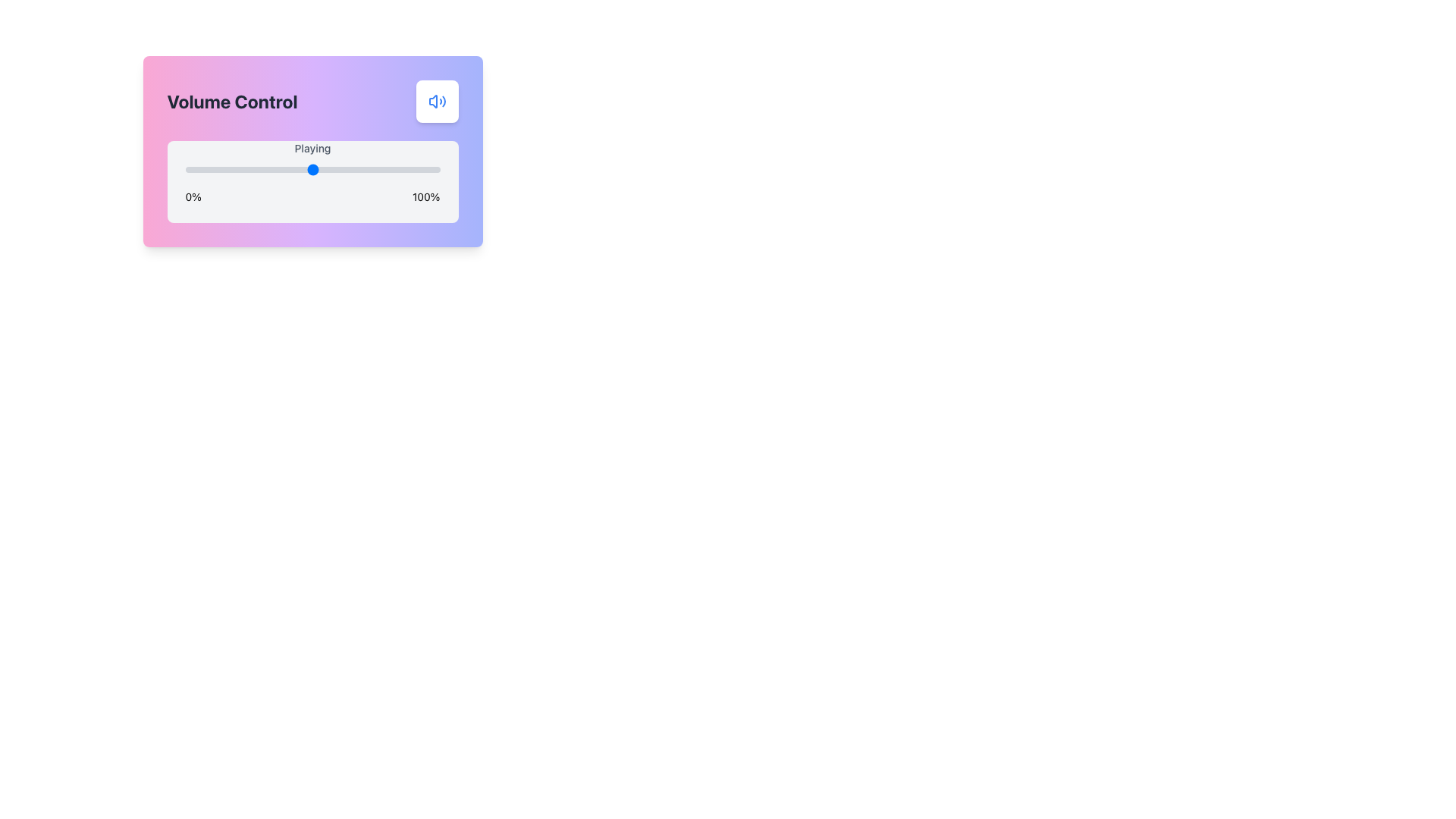 The height and width of the screenshot is (819, 1456). I want to click on the playback position, so click(350, 169).